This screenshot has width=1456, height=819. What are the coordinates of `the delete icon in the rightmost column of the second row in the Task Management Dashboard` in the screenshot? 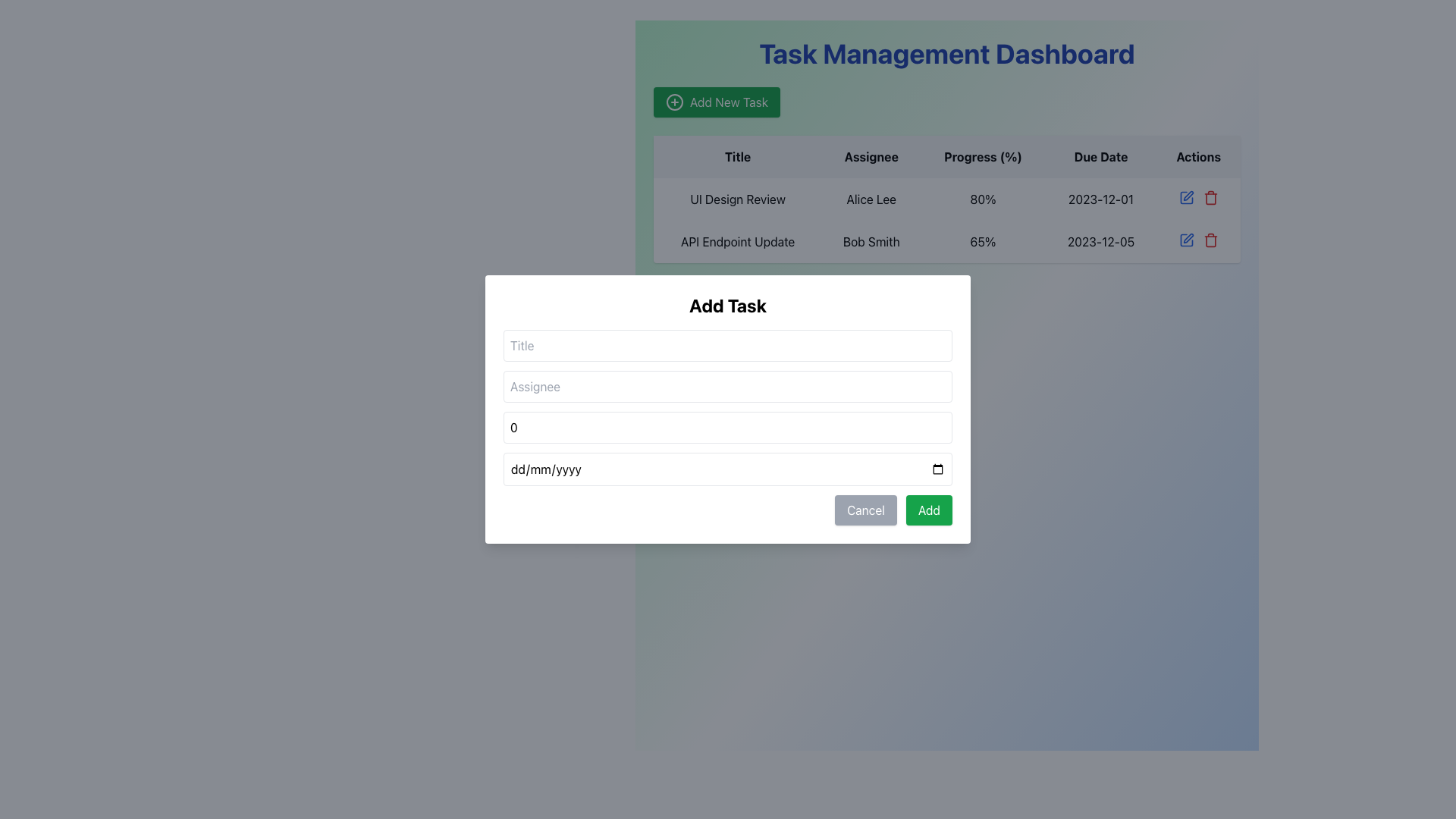 It's located at (1210, 239).